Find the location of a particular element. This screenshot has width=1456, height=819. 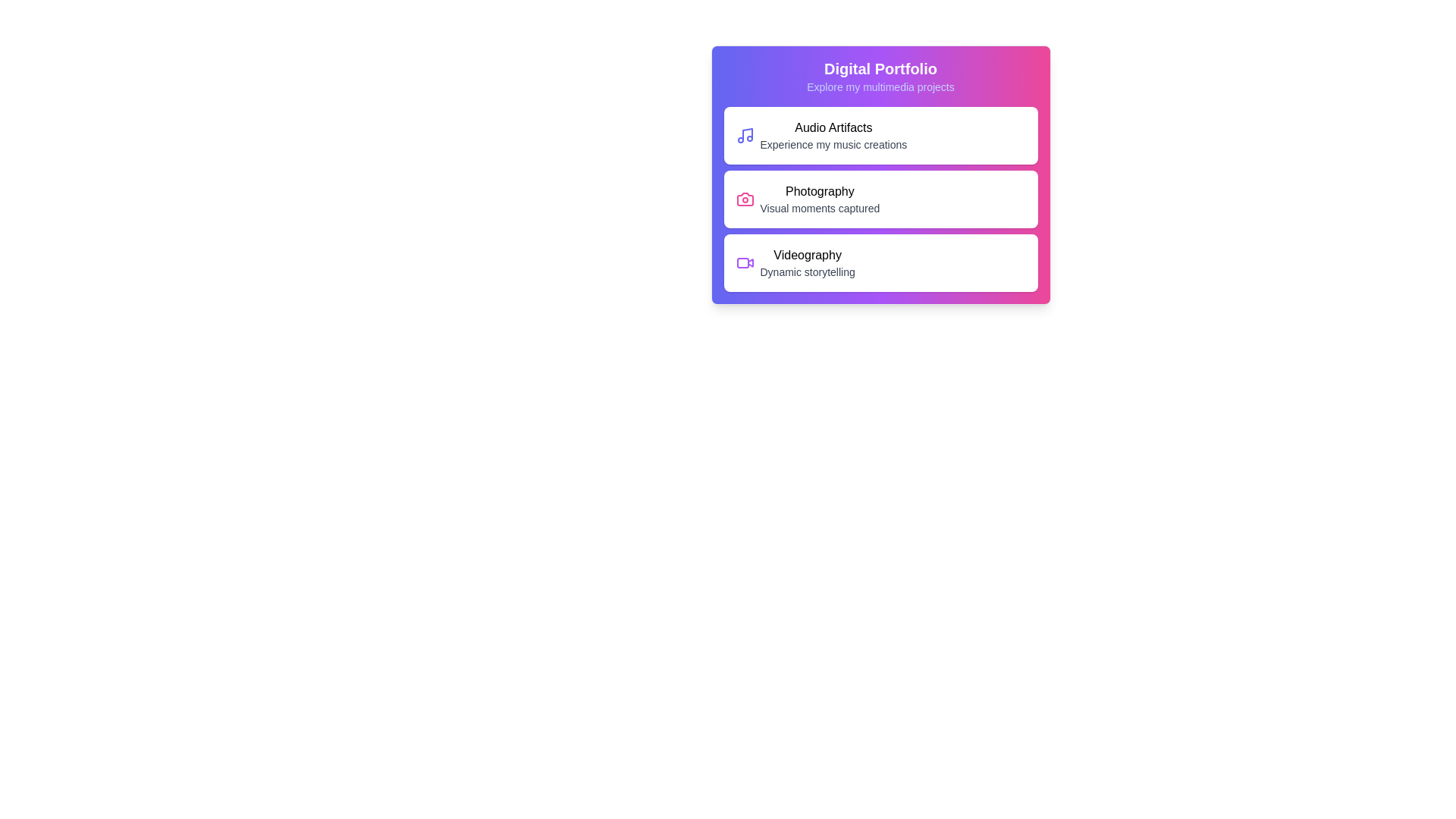

the descriptive subtitle text label located beneath the 'Photography' title in the second card from the top in the vertical stack of multimedia project cards is located at coordinates (819, 208).